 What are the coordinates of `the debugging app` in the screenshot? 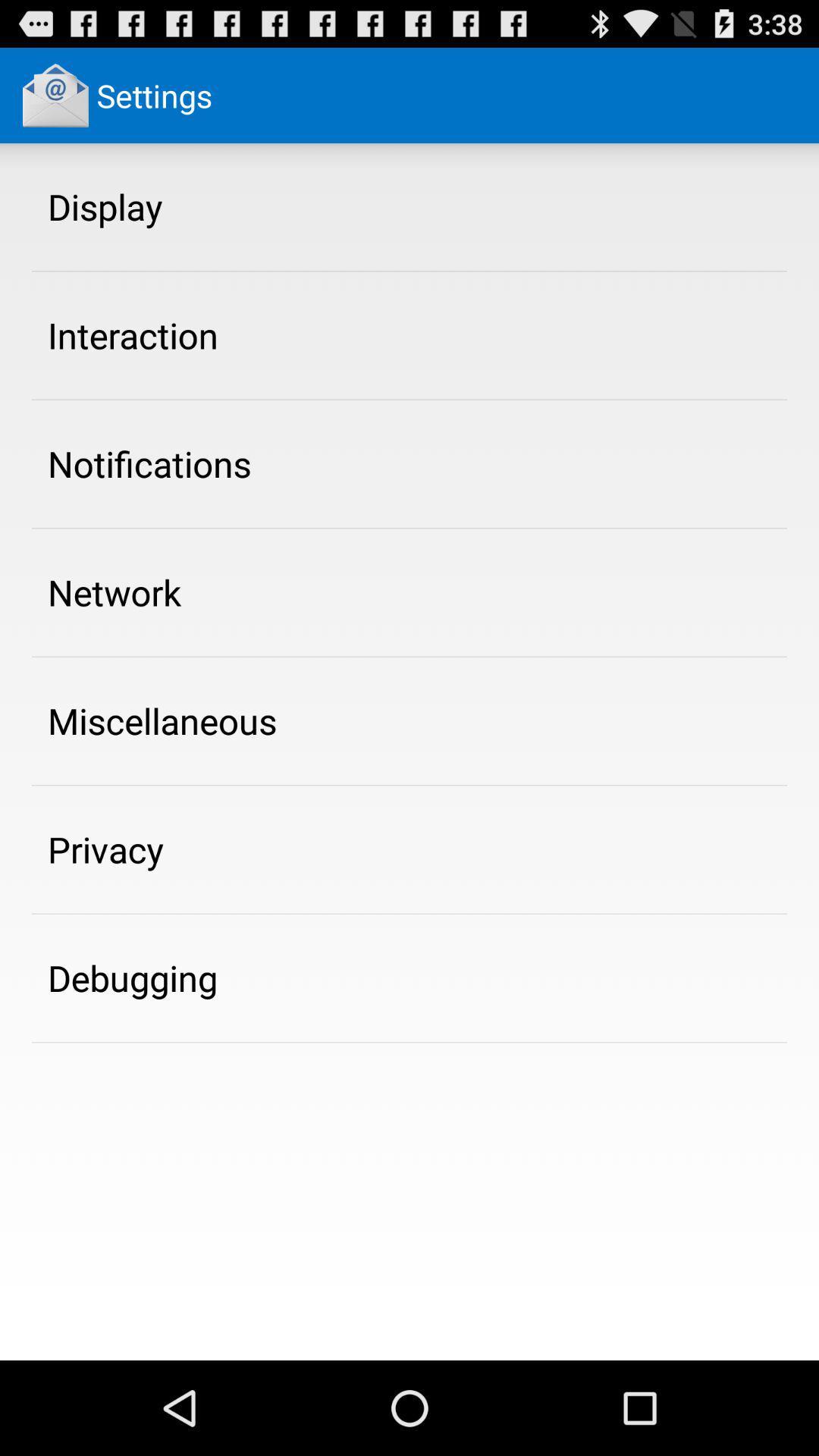 It's located at (132, 977).